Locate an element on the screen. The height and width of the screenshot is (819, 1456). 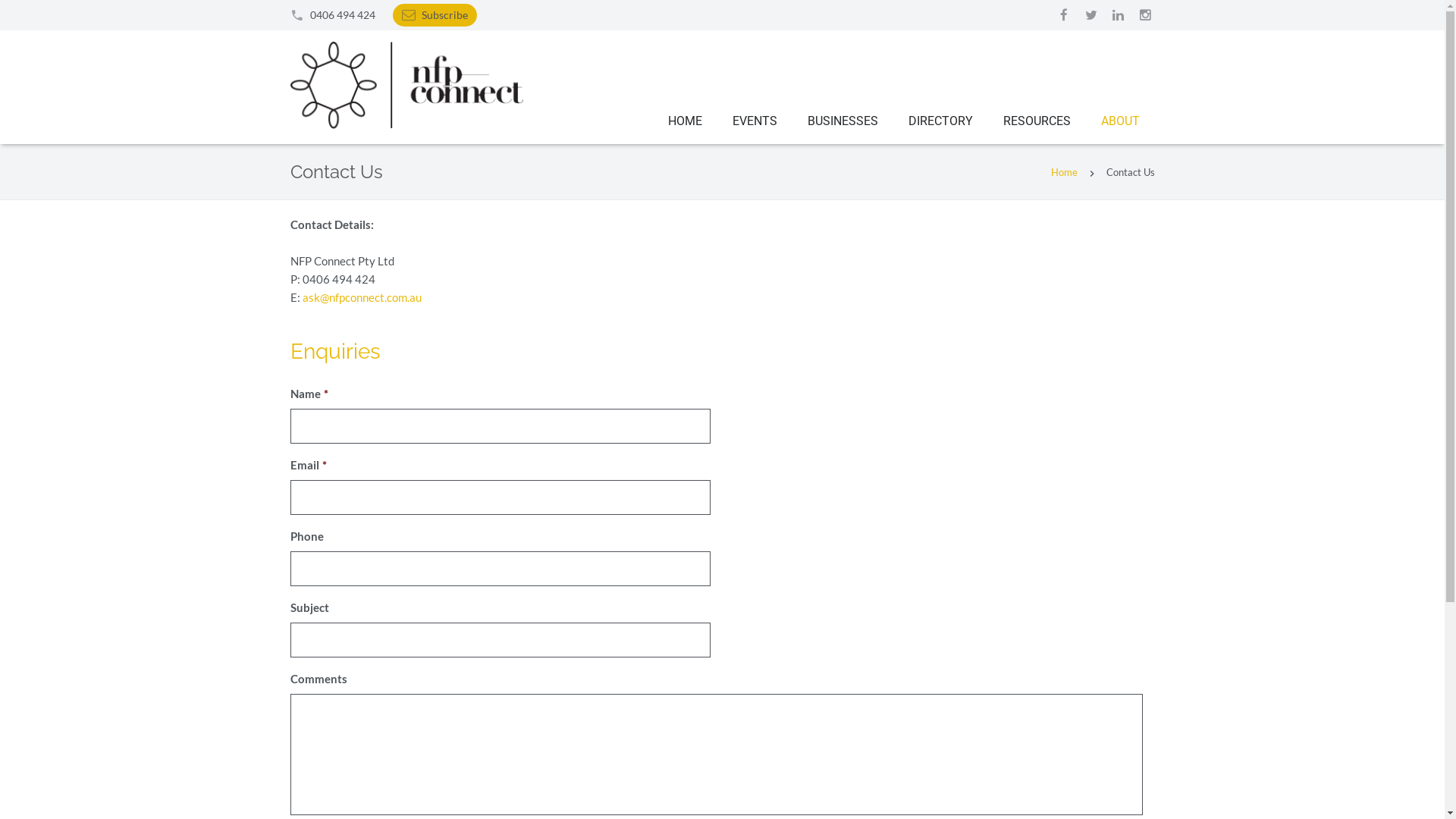
'DIRECTORY' is located at coordinates (893, 120).